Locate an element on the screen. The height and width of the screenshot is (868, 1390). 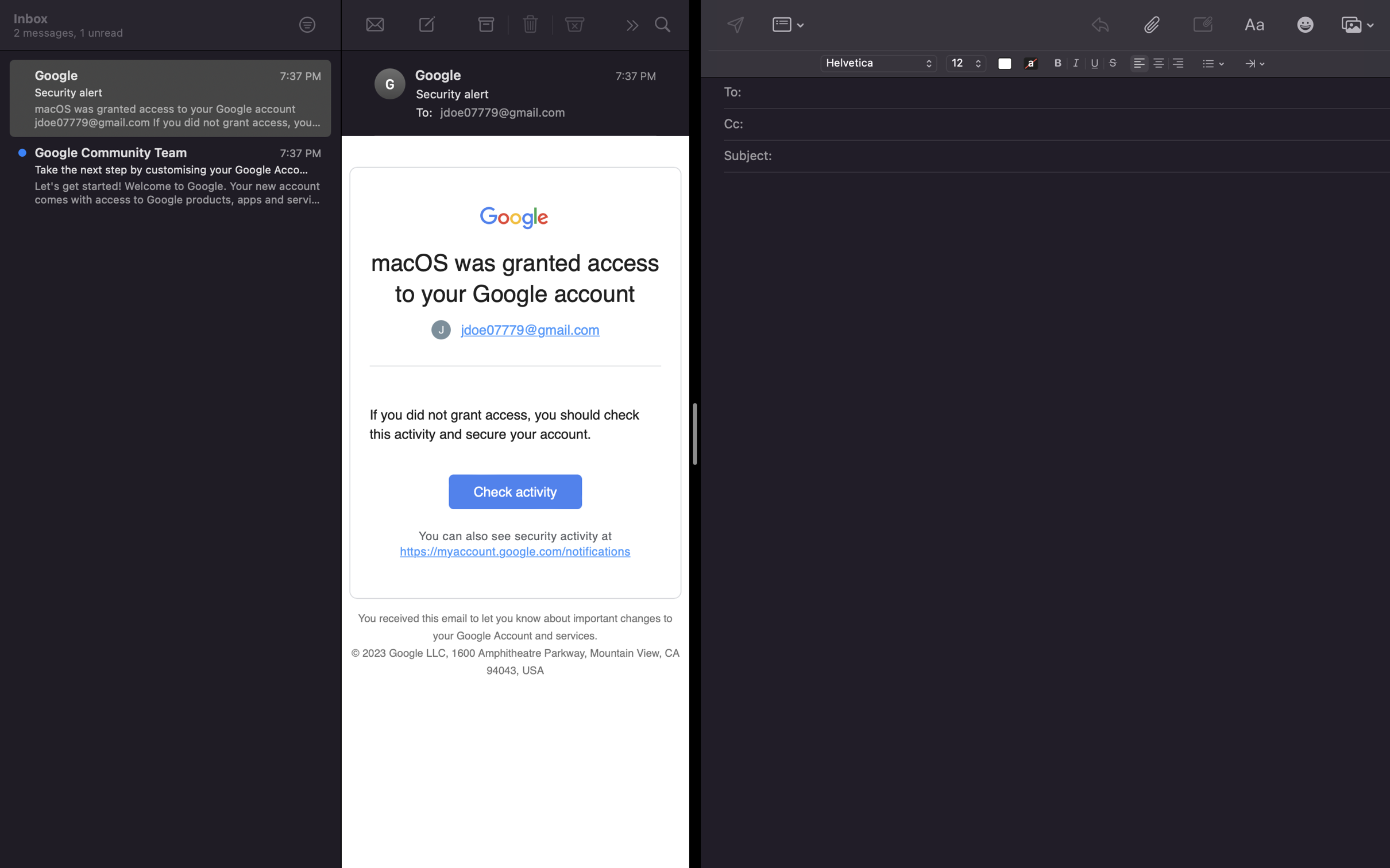
"alex@gmail.com" as the recipient of the email is located at coordinates (1065, 93).